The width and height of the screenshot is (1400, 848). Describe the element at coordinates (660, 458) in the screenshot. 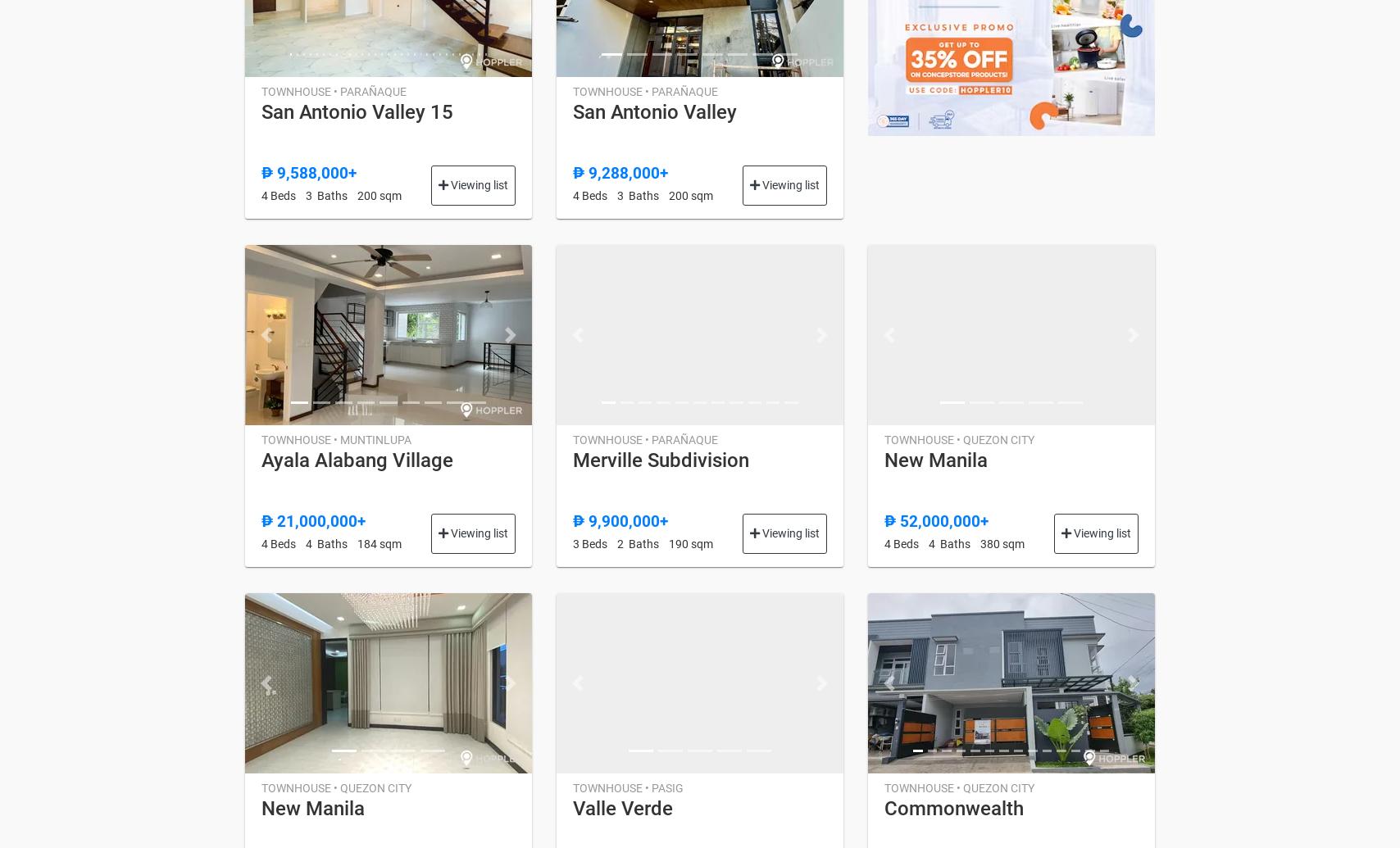

I see `'Merville Subdivision'` at that location.